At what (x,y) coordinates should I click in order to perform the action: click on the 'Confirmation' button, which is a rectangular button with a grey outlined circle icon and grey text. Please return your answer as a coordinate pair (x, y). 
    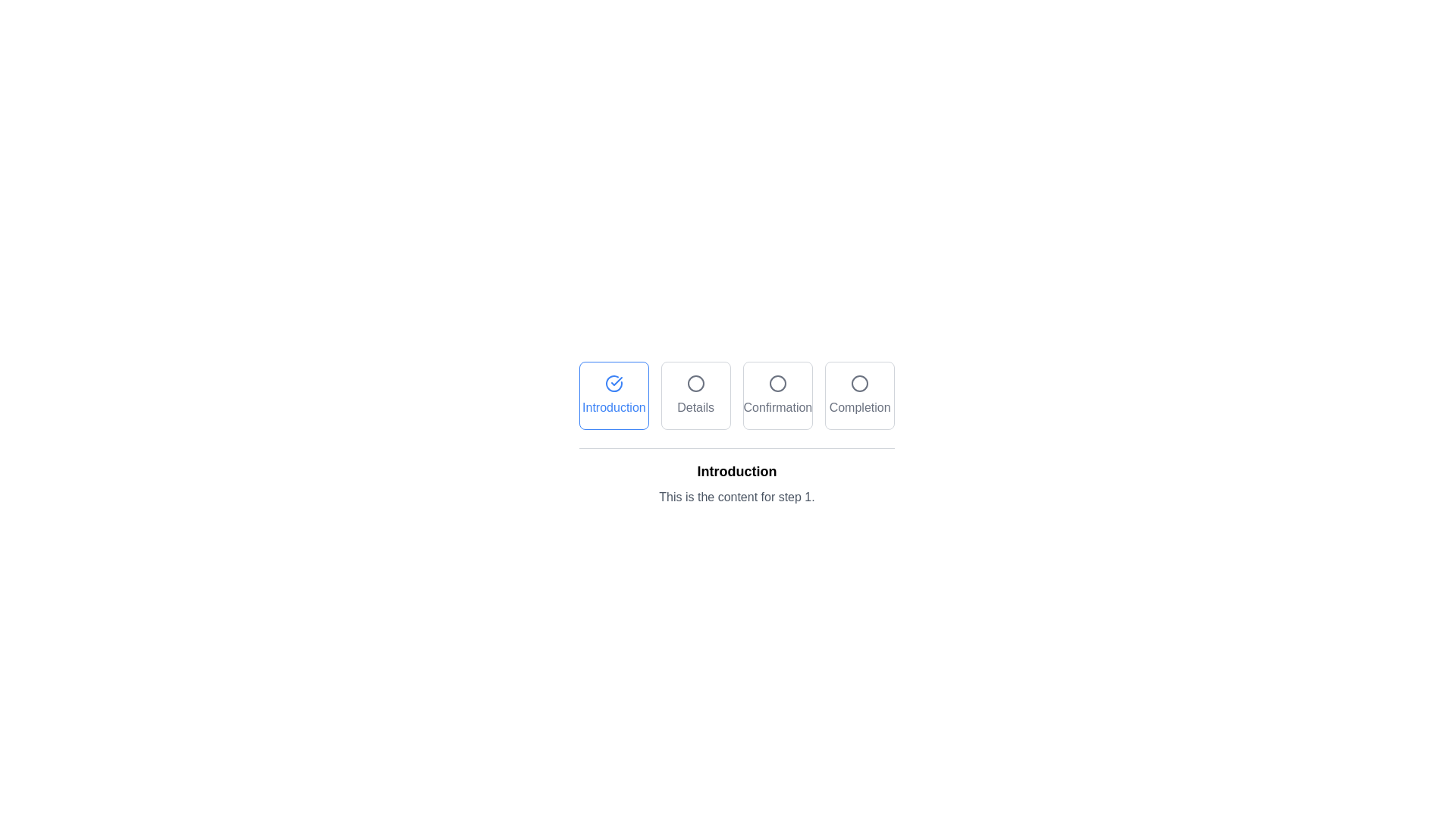
    Looking at the image, I should click on (777, 394).